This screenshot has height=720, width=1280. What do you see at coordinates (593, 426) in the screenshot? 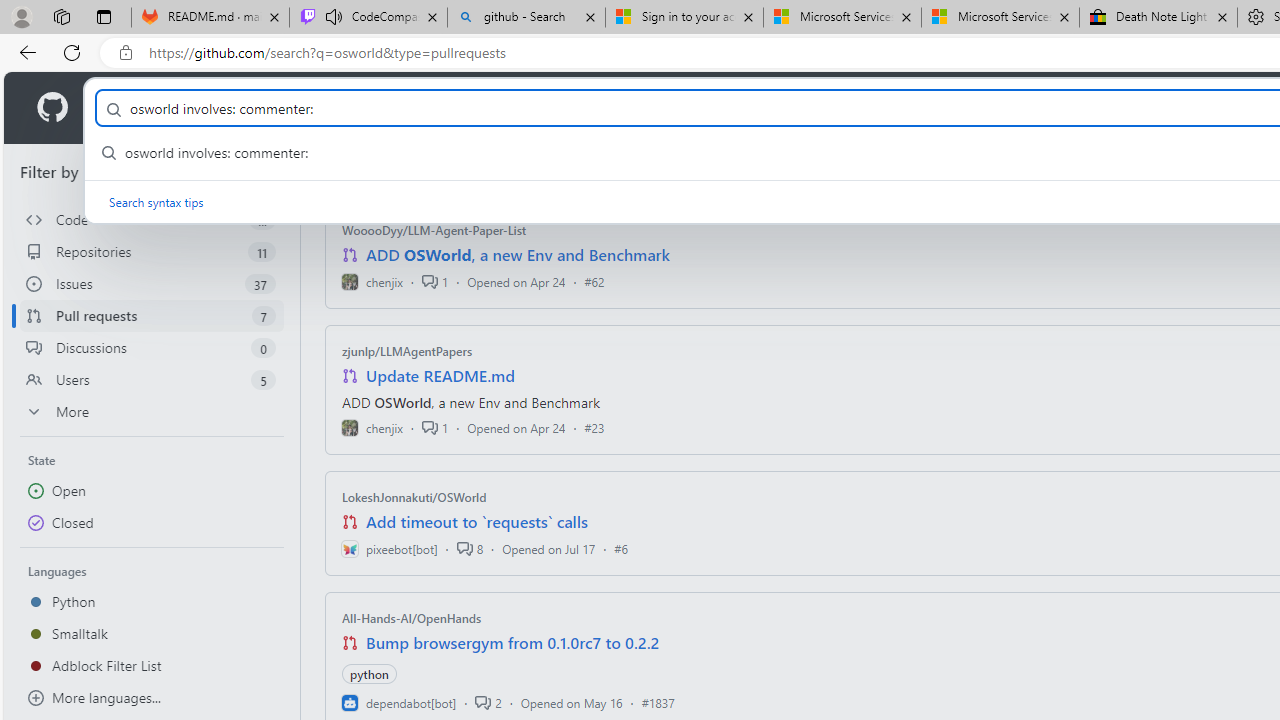
I see `'#23'` at bounding box center [593, 426].